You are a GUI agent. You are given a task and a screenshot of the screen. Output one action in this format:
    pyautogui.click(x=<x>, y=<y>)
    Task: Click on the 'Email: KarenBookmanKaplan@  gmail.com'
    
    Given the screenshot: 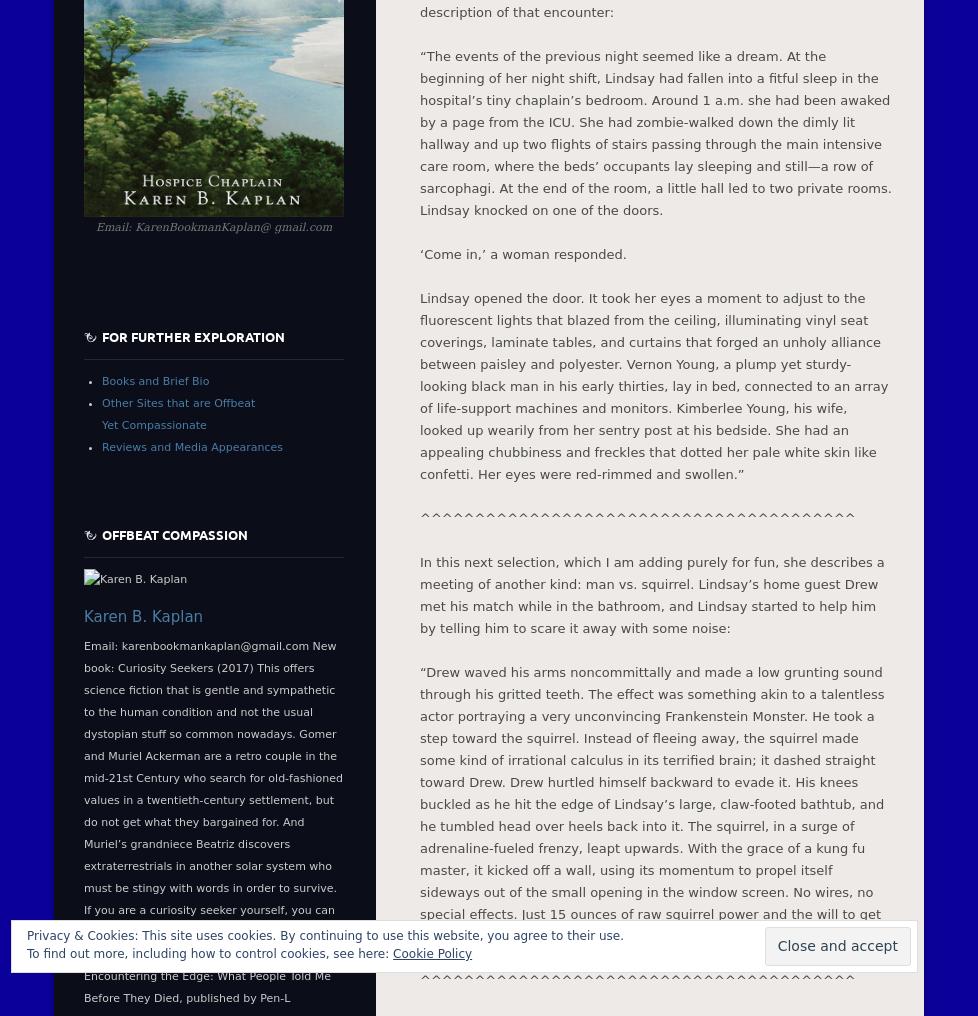 What is the action you would take?
    pyautogui.click(x=213, y=227)
    